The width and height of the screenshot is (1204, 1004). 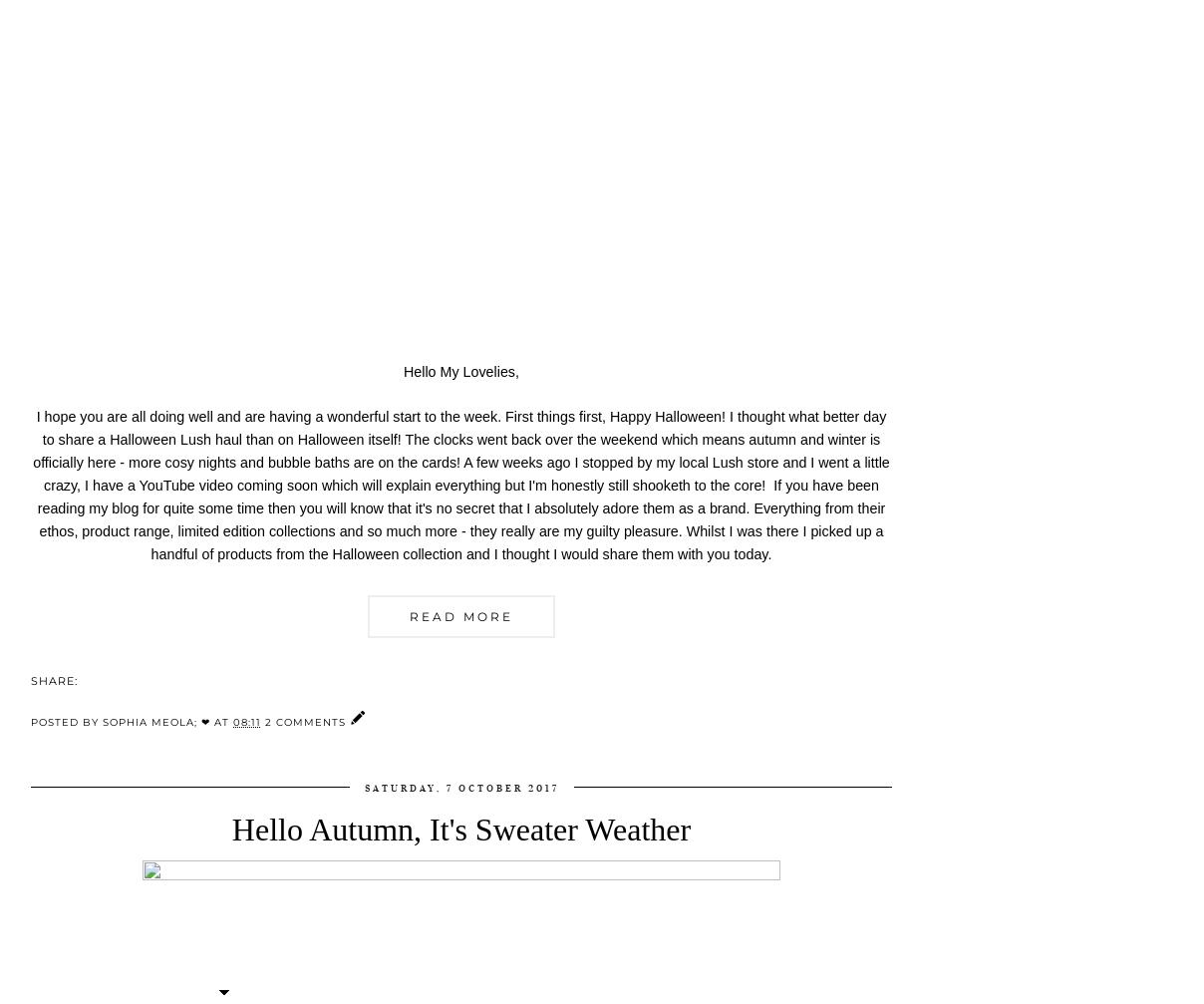 I want to click on 'I hope you are all doing well and are having a wonderful start to the week. First things first, Happy Halloween! I thought what better day to share a Halloween Lush haul than on Halloween itself! The clocks went back over the weekend which means autumn and winter is officially here - more cosy nights and bubble baths are on the cards! A few weeks ago I stopped by my local Lush store and I went a little crazy, I have a YouTube video coming soon which will explain everything but I'm honestly still shooketh to the core!  If you have been reading my blog for quite some time then you will know that it's no secret that I absolutely adore them as a brand. Everything from their ethos, product range, limited edition collections and so much more - they really are my guilty pleasure. Whilst I was there I picked up a handful of products from the Halloween collection and I thought I would share them with you today.', so click(x=460, y=485).